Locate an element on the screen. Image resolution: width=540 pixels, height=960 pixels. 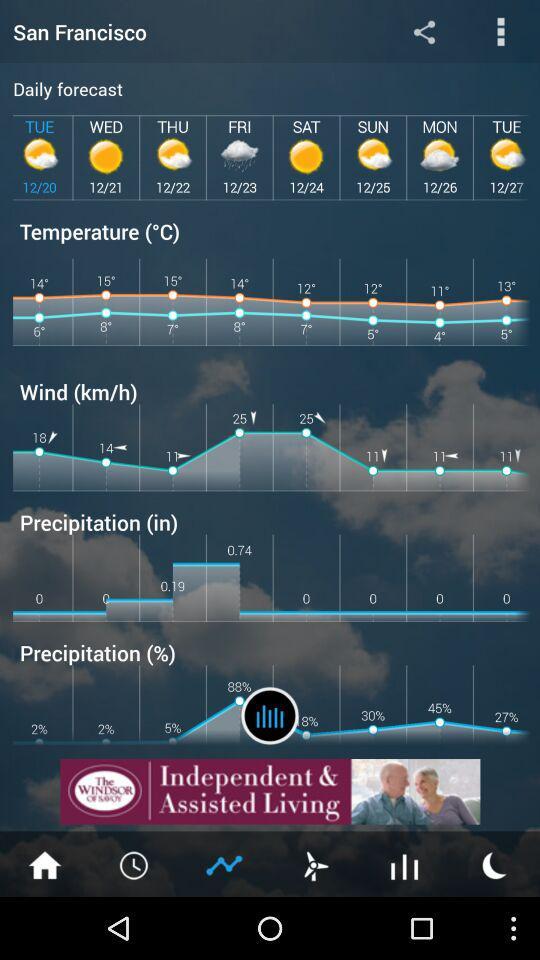
the time icon is located at coordinates (135, 925).